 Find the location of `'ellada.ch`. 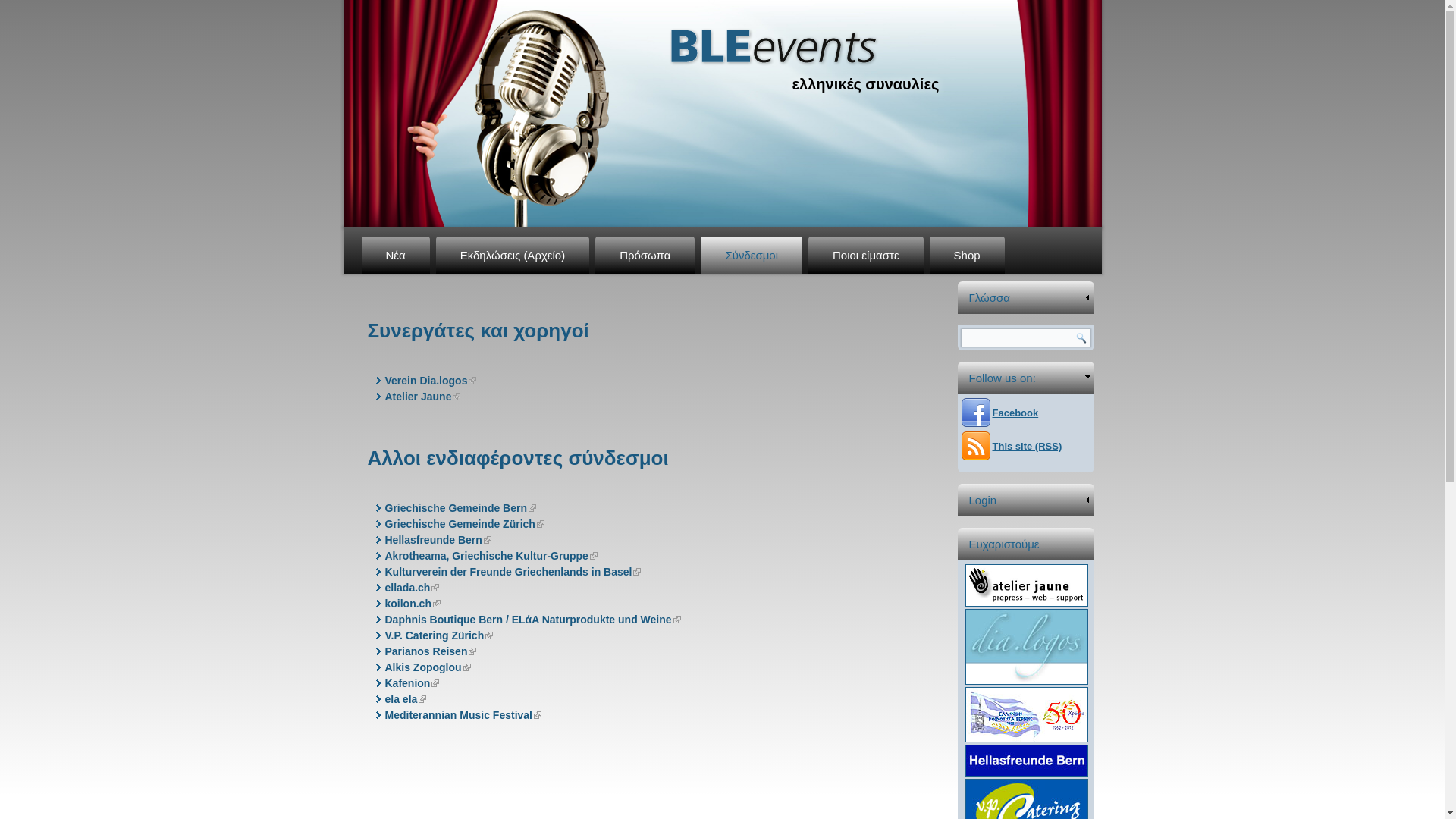

'ellada.ch is located at coordinates (385, 587).